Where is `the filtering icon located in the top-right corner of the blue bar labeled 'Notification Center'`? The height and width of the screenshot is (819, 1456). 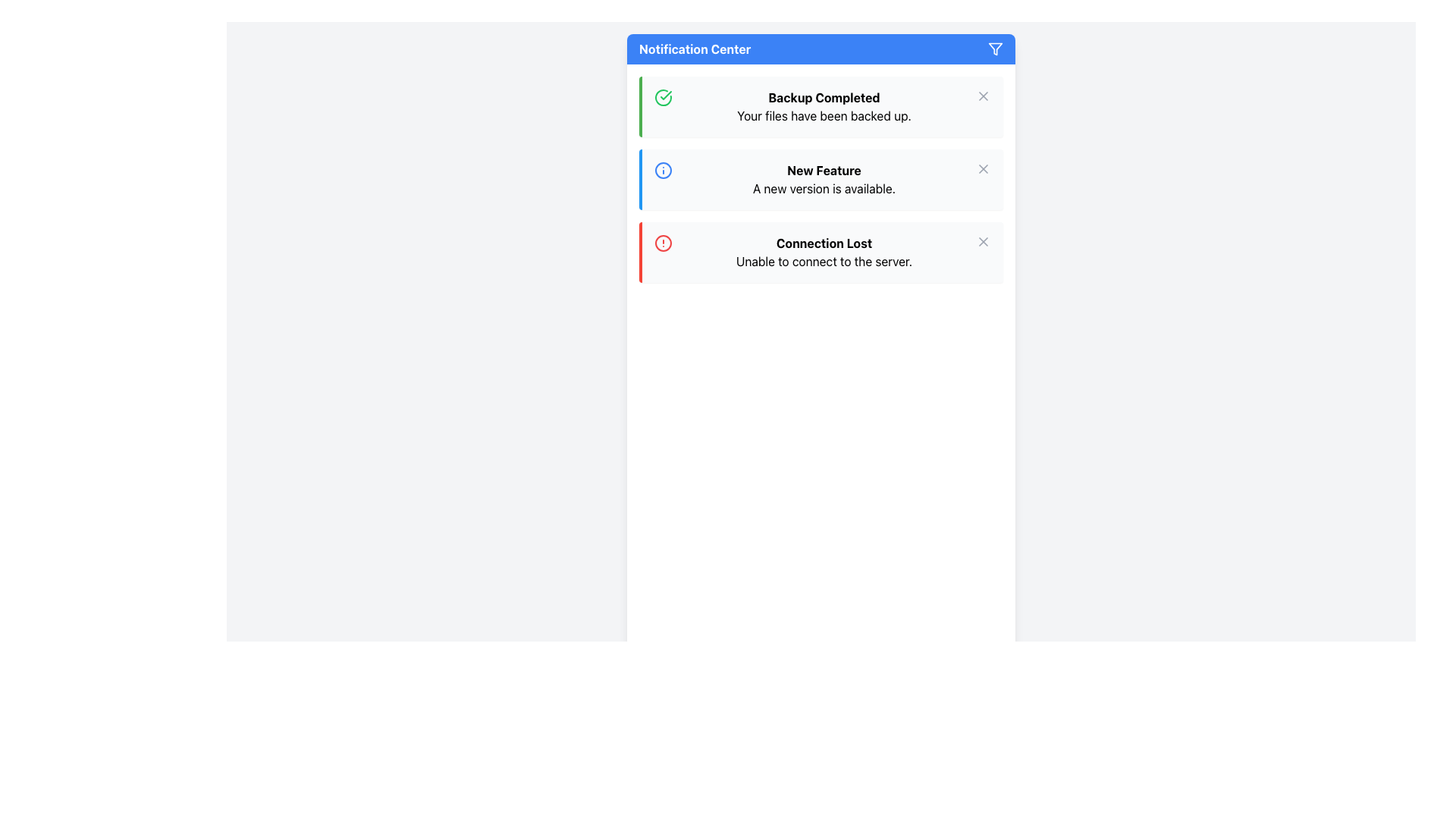
the filtering icon located in the top-right corner of the blue bar labeled 'Notification Center' is located at coordinates (996, 49).